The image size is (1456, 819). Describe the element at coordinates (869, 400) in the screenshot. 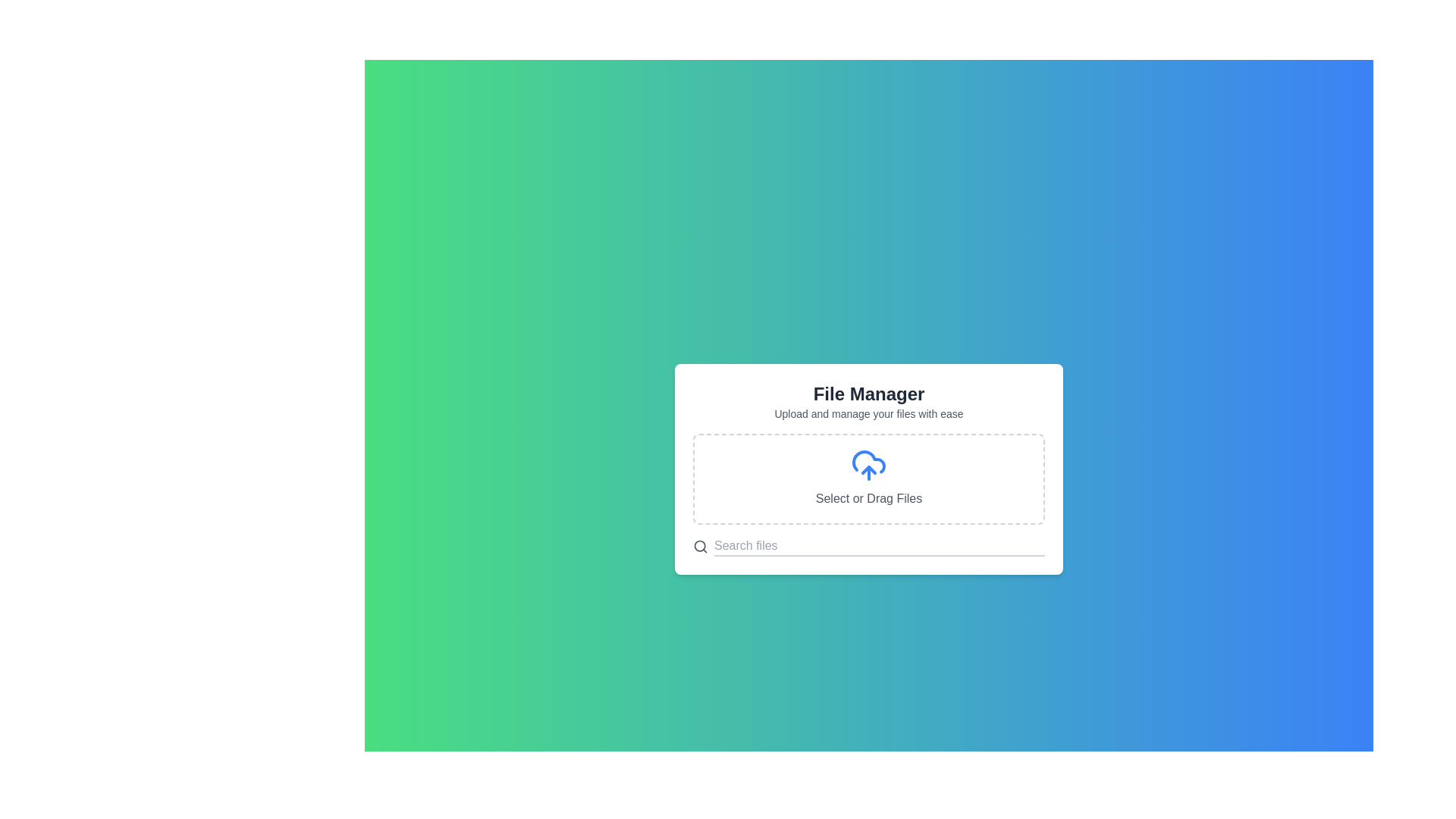

I see `the informational text content area at the top of the dialog box that describes the file management interface` at that location.